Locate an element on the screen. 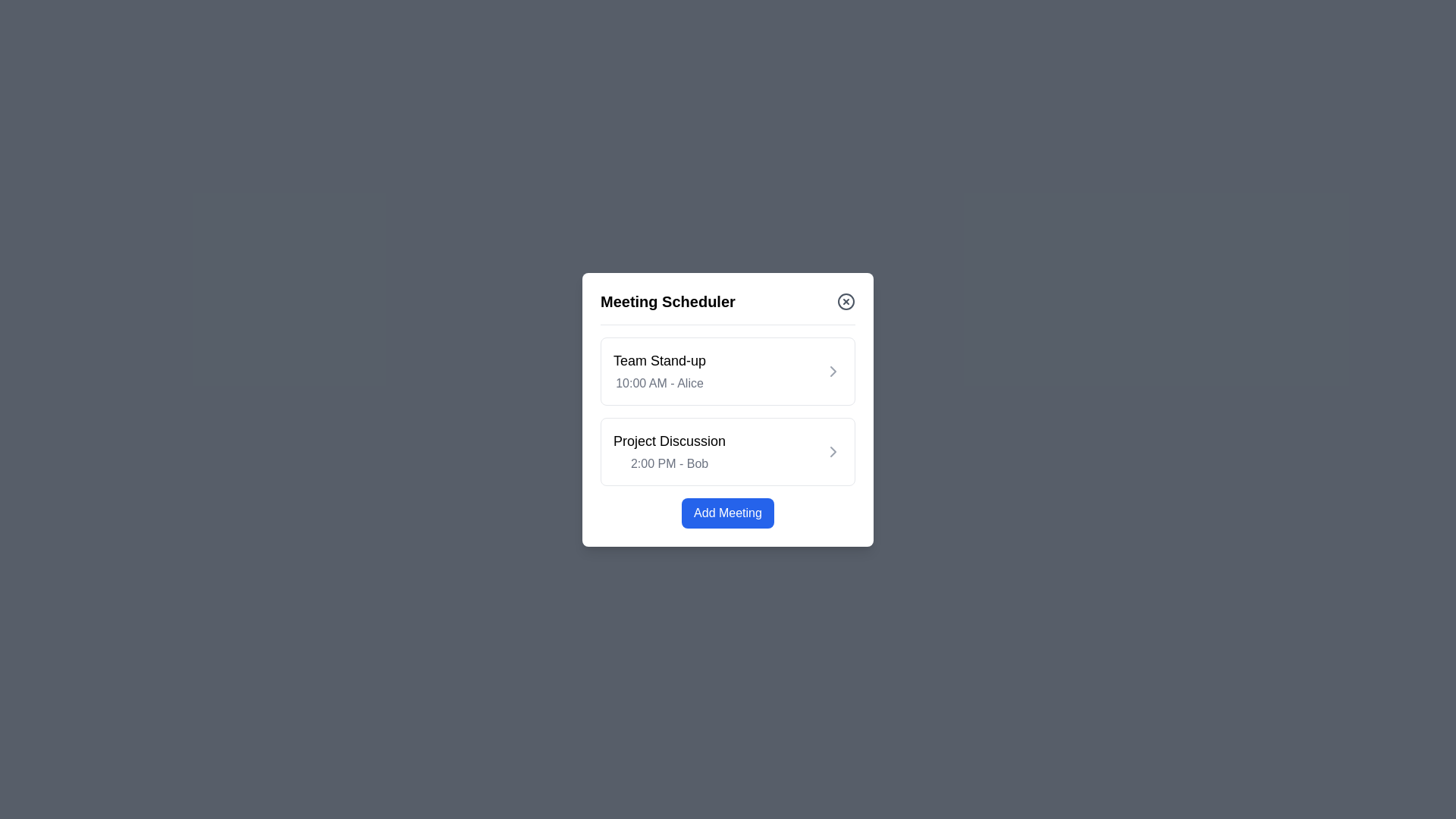 Image resolution: width=1456 pixels, height=819 pixels. the scheduled meeting item in the 'Meeting Scheduler' list, which is the second item directly below the 'Team Stand-up' item is located at coordinates (728, 450).